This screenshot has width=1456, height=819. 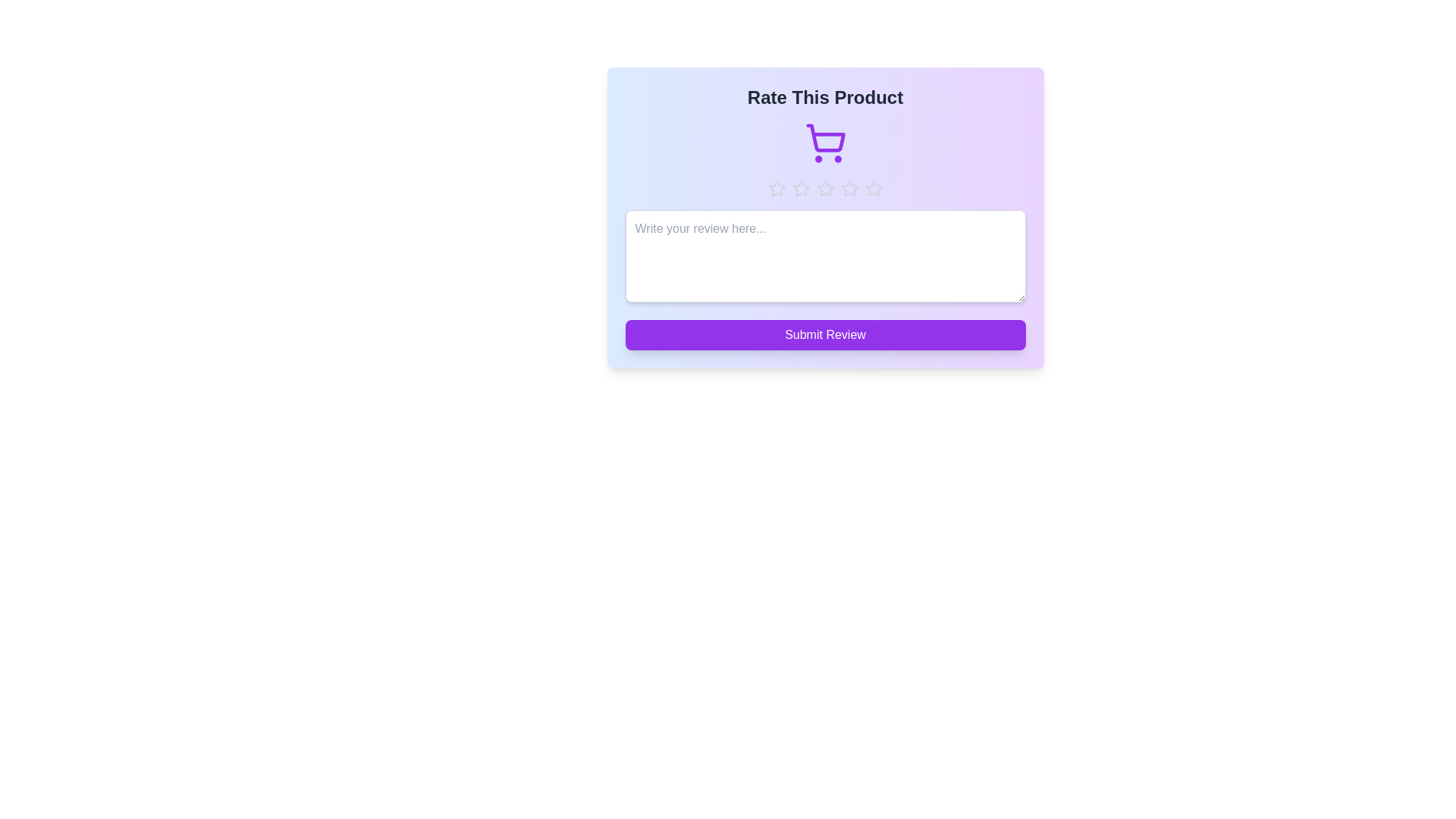 I want to click on the star representing 4 stars to preview the rating, so click(x=849, y=188).